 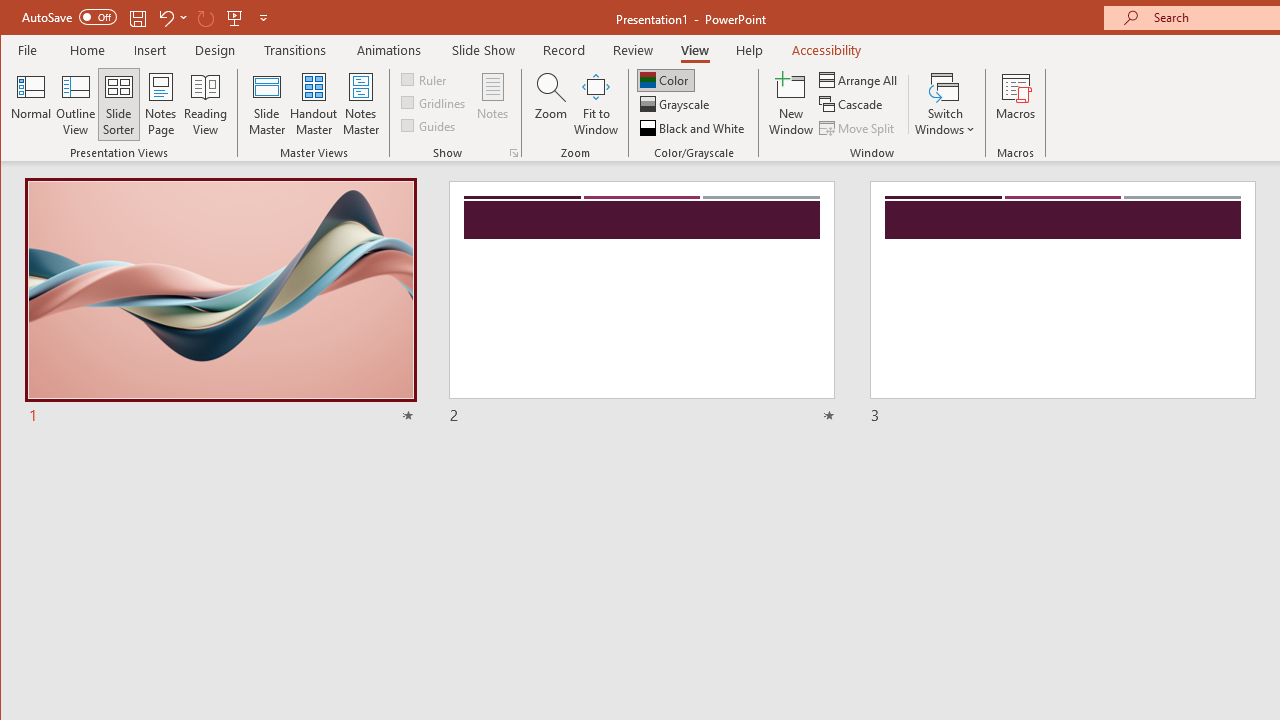 What do you see at coordinates (860, 79) in the screenshot?
I see `'Arrange All'` at bounding box center [860, 79].